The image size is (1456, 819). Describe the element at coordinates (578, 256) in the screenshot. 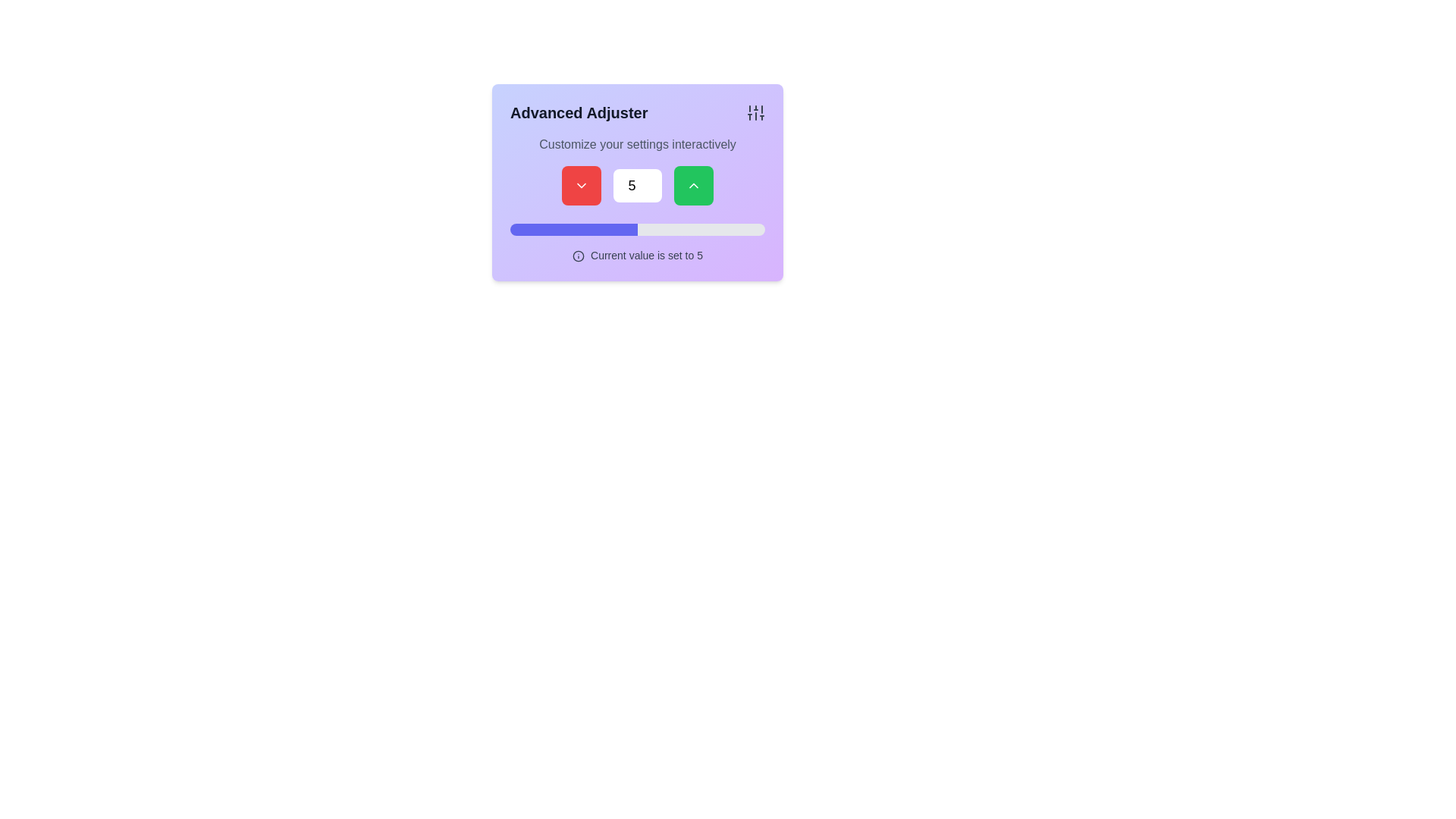

I see `the Information icon (SVG), which is a circular icon with a hollow circle and a vertical line, located to the left of the text 'Current value is set to 5.' below the horizontal slider bar, to trigger a tooltip` at that location.